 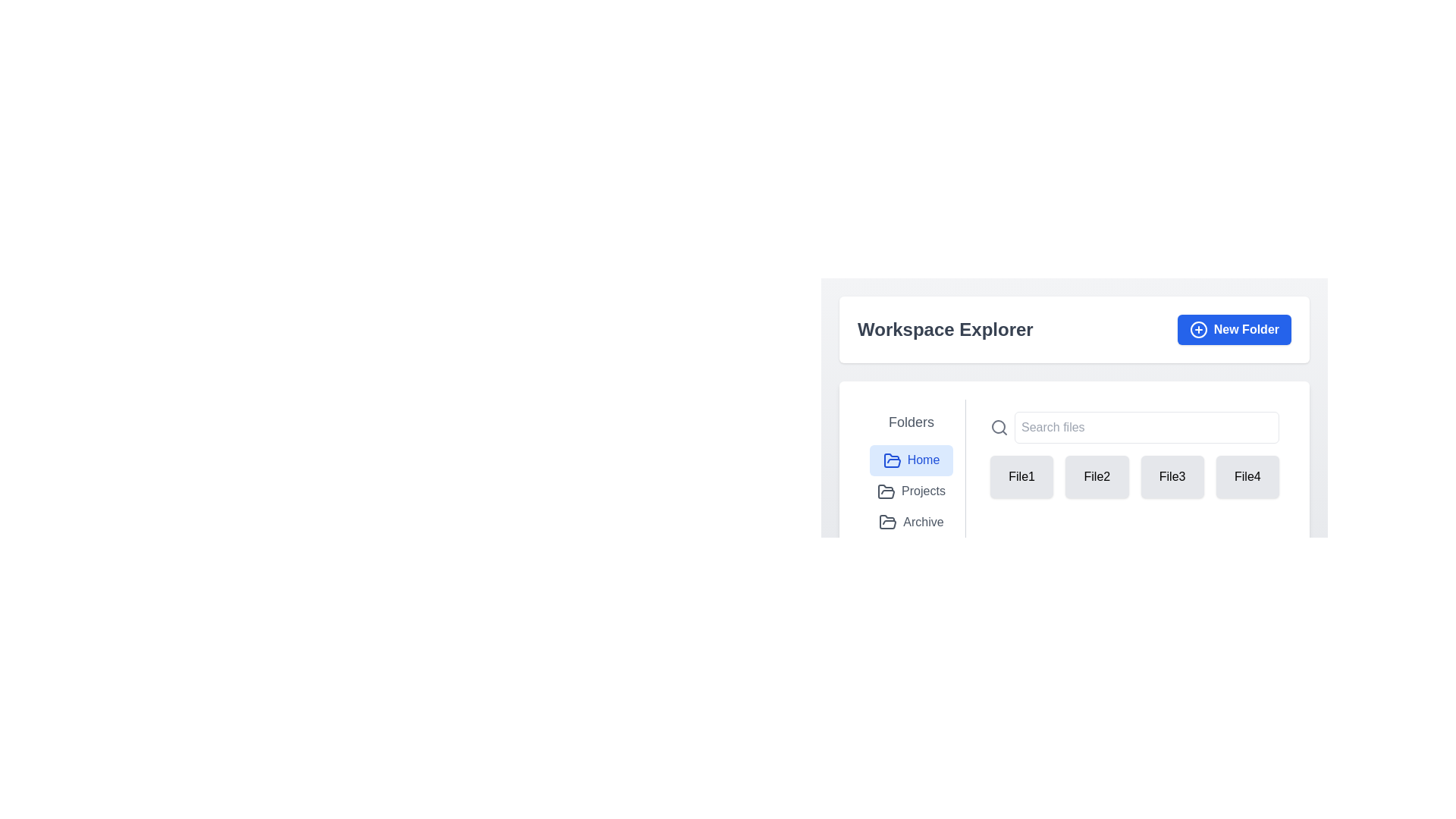 I want to click on the circular '+' icon located to the left of the 'New Folder' button on the top interface bar to trigger any potential tooltip, so click(x=1197, y=329).